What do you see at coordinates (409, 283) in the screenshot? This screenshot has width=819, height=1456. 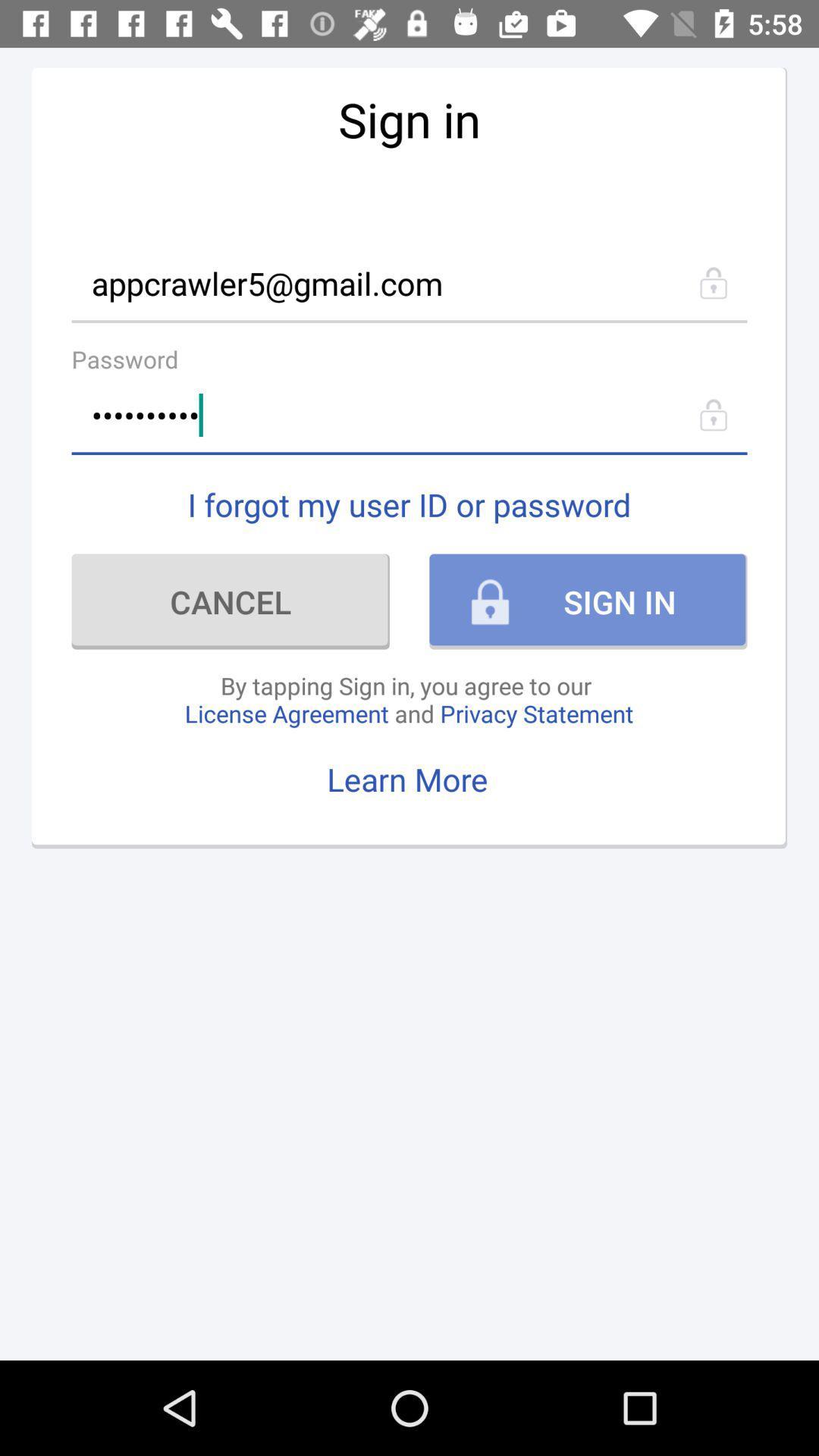 I see `icon above the password icon` at bounding box center [409, 283].